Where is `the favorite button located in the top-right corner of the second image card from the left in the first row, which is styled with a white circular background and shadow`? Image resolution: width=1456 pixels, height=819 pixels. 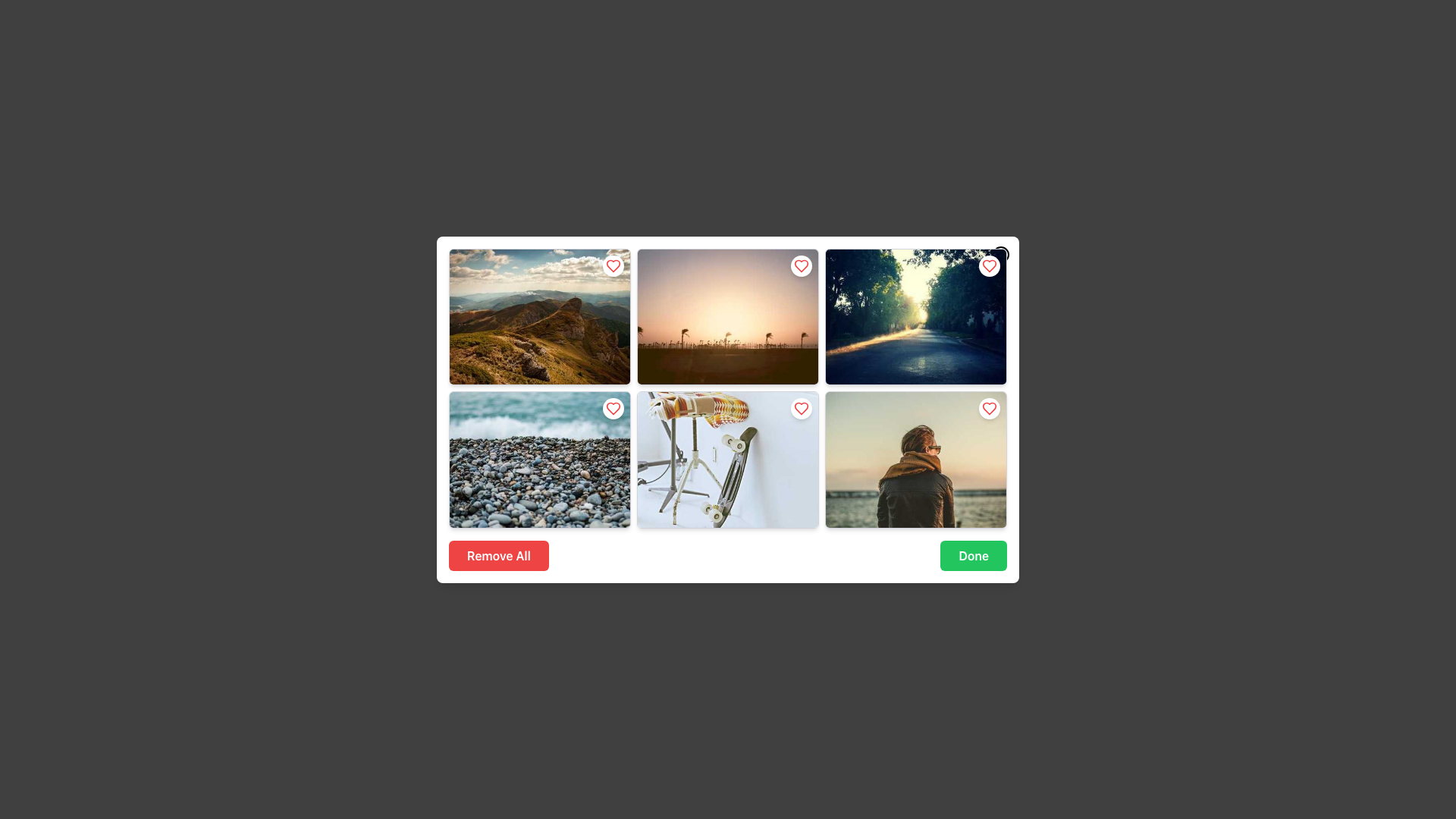
the favorite button located in the top-right corner of the second image card from the left in the first row, which is styled with a white circular background and shadow is located at coordinates (800, 265).